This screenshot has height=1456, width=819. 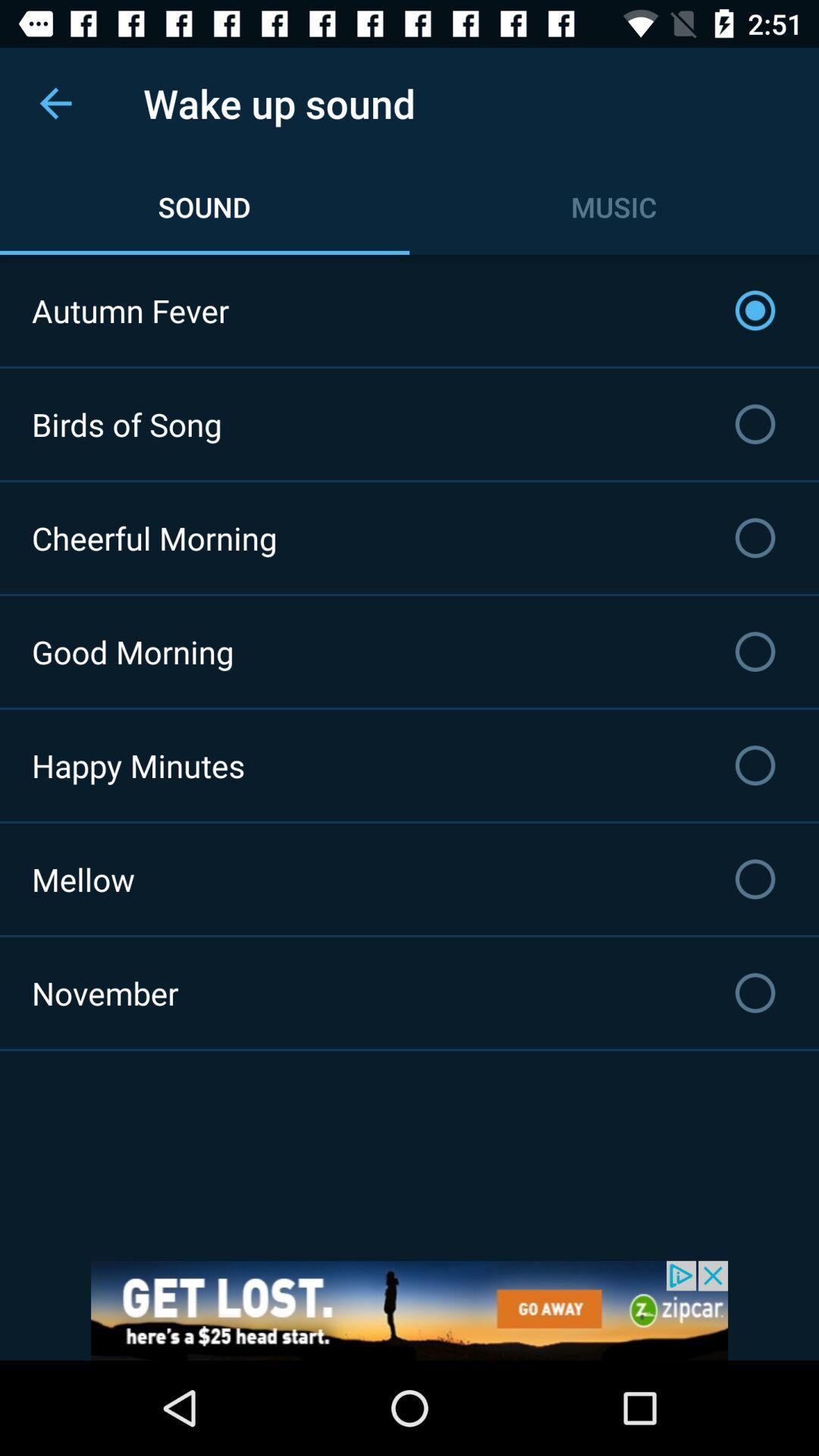 I want to click on click advertisement, so click(x=409, y=1310).